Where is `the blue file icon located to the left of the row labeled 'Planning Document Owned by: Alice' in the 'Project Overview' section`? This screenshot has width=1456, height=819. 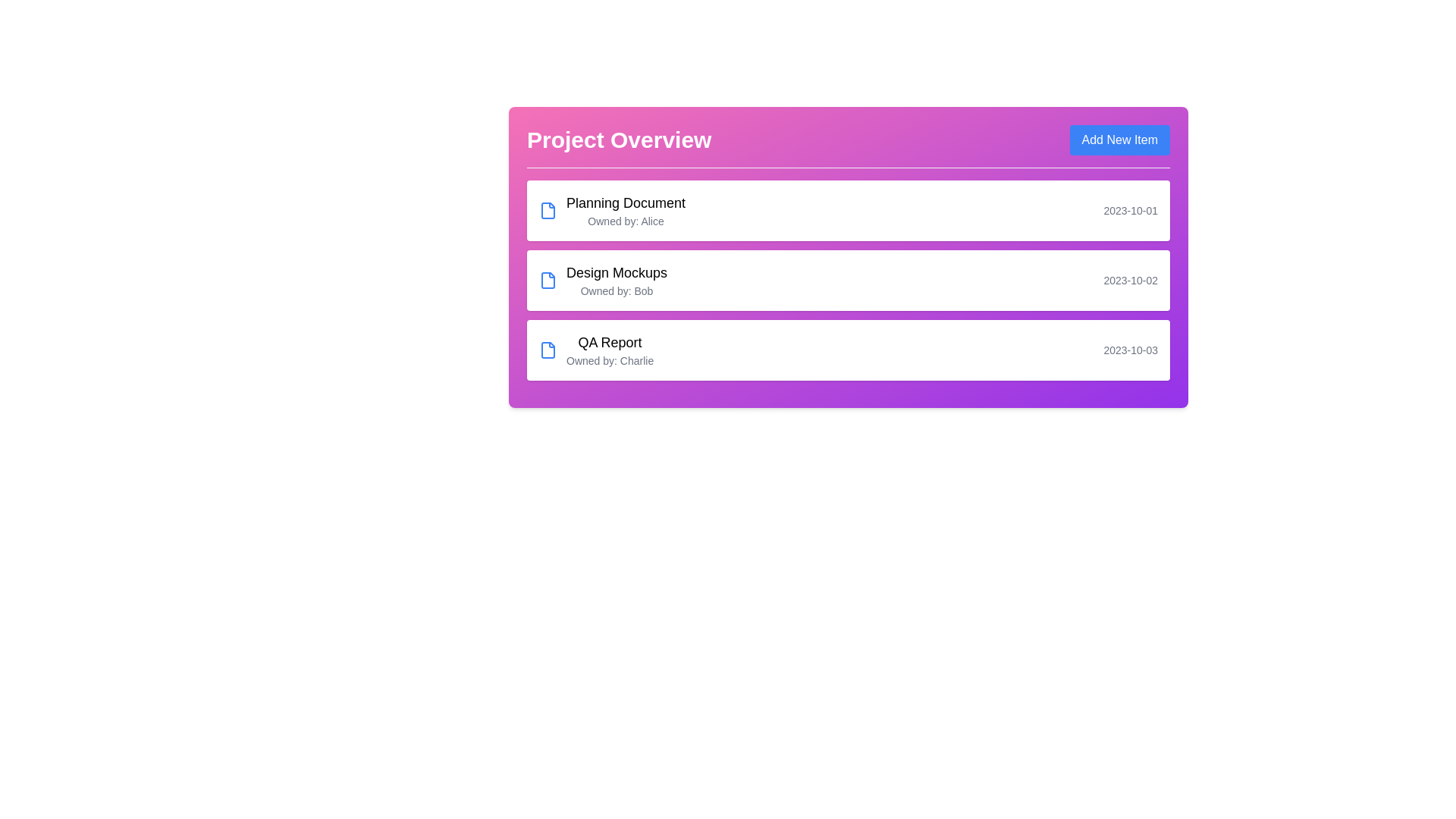
the blue file icon located to the left of the row labeled 'Planning Document Owned by: Alice' in the 'Project Overview' section is located at coordinates (548, 210).